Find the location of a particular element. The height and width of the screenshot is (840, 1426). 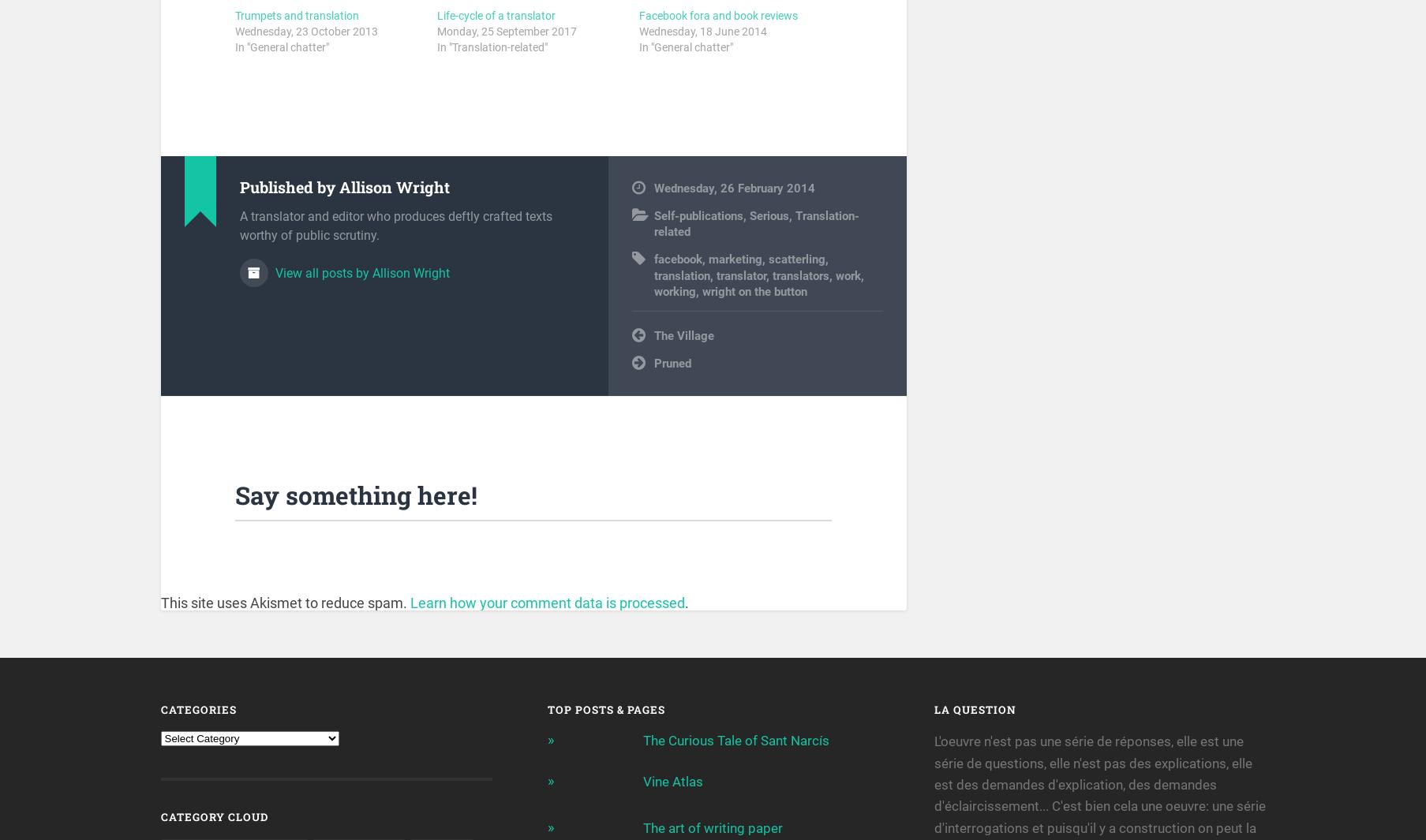

'Self-publications' is located at coordinates (698, 218).